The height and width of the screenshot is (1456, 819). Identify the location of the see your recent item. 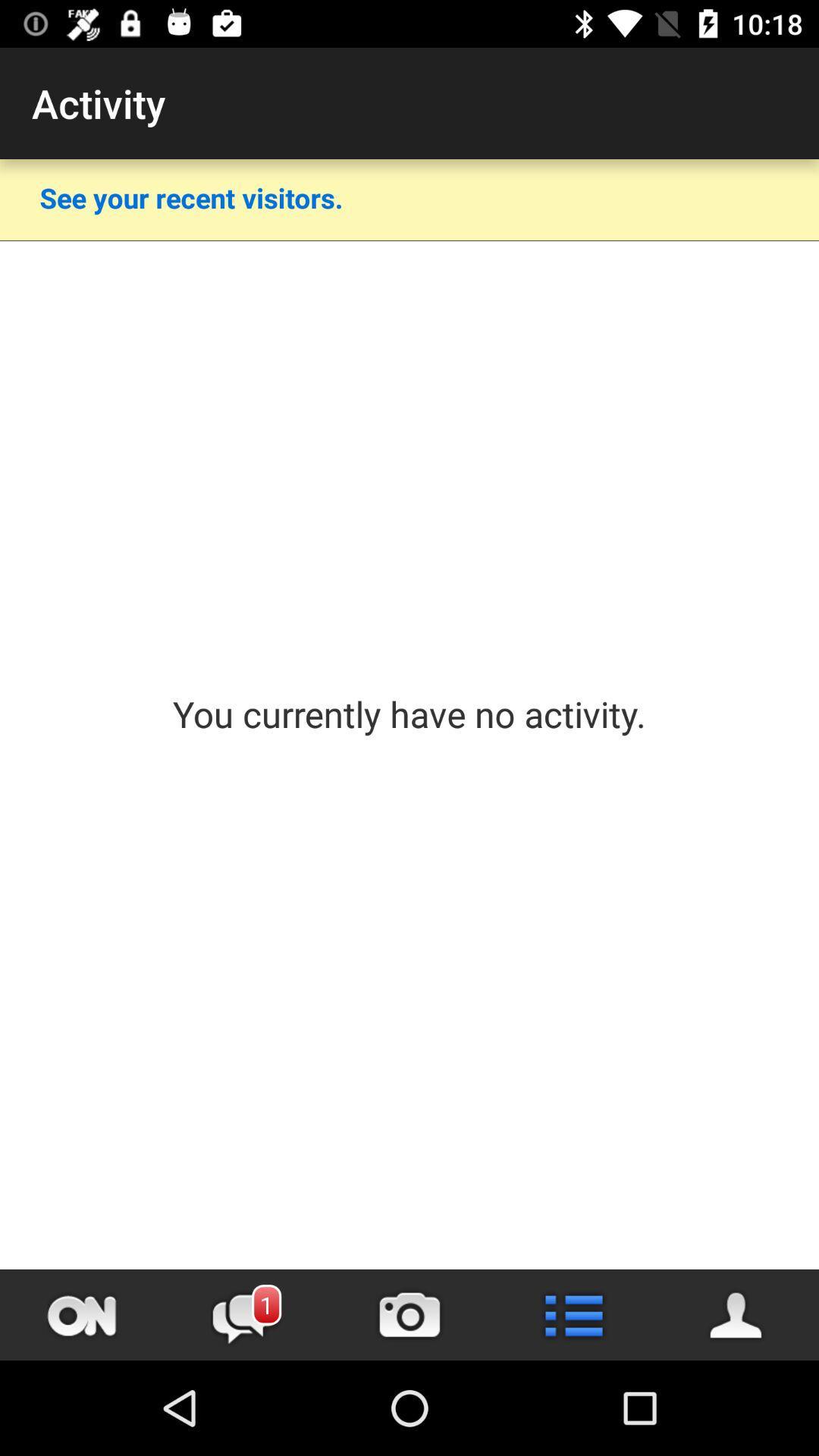
(190, 196).